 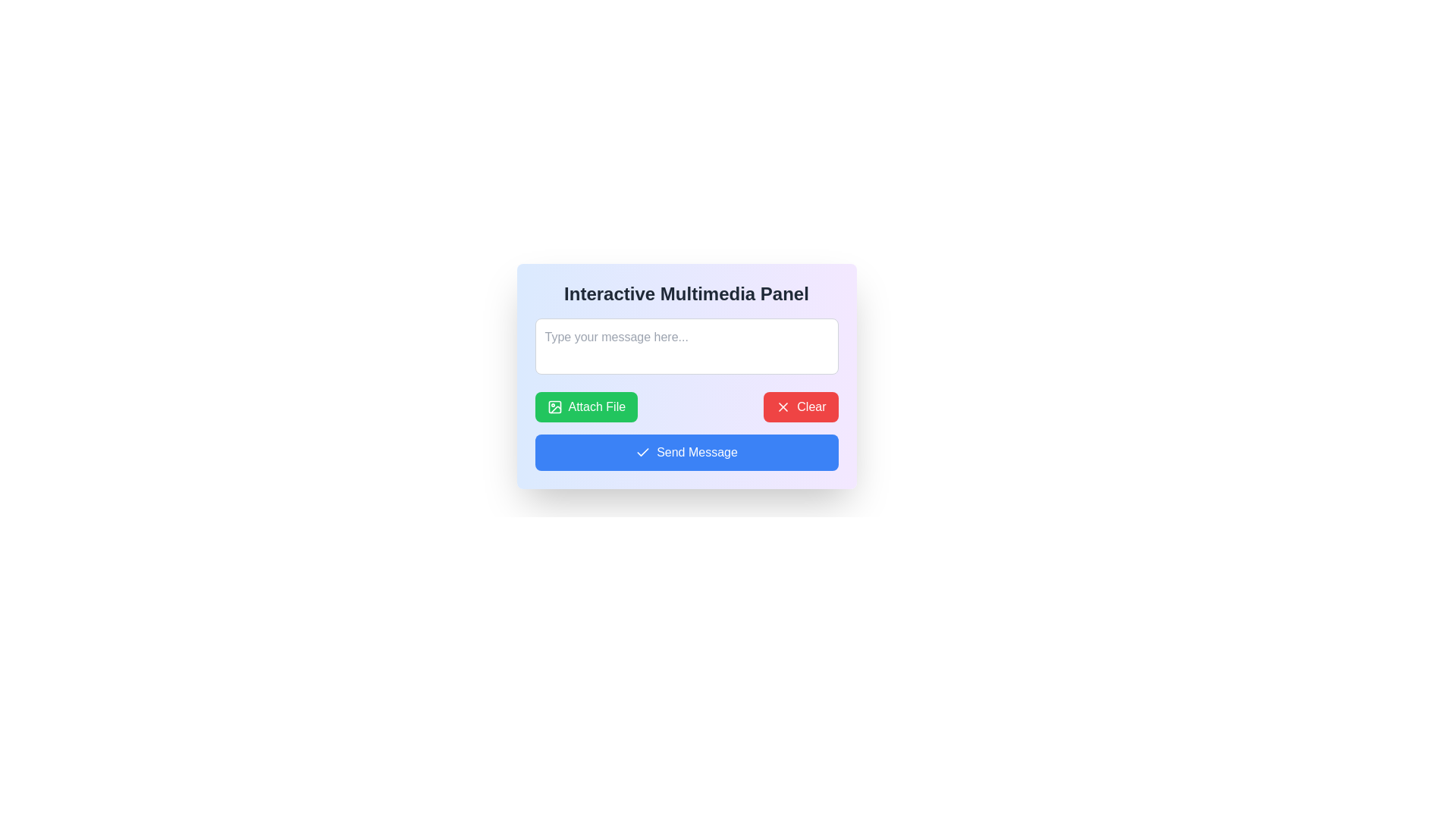 What do you see at coordinates (643, 451) in the screenshot?
I see `the visual change of the checkmark graphic icon indicating approval, which is centrally aligned within the 'Send Message' button` at bounding box center [643, 451].